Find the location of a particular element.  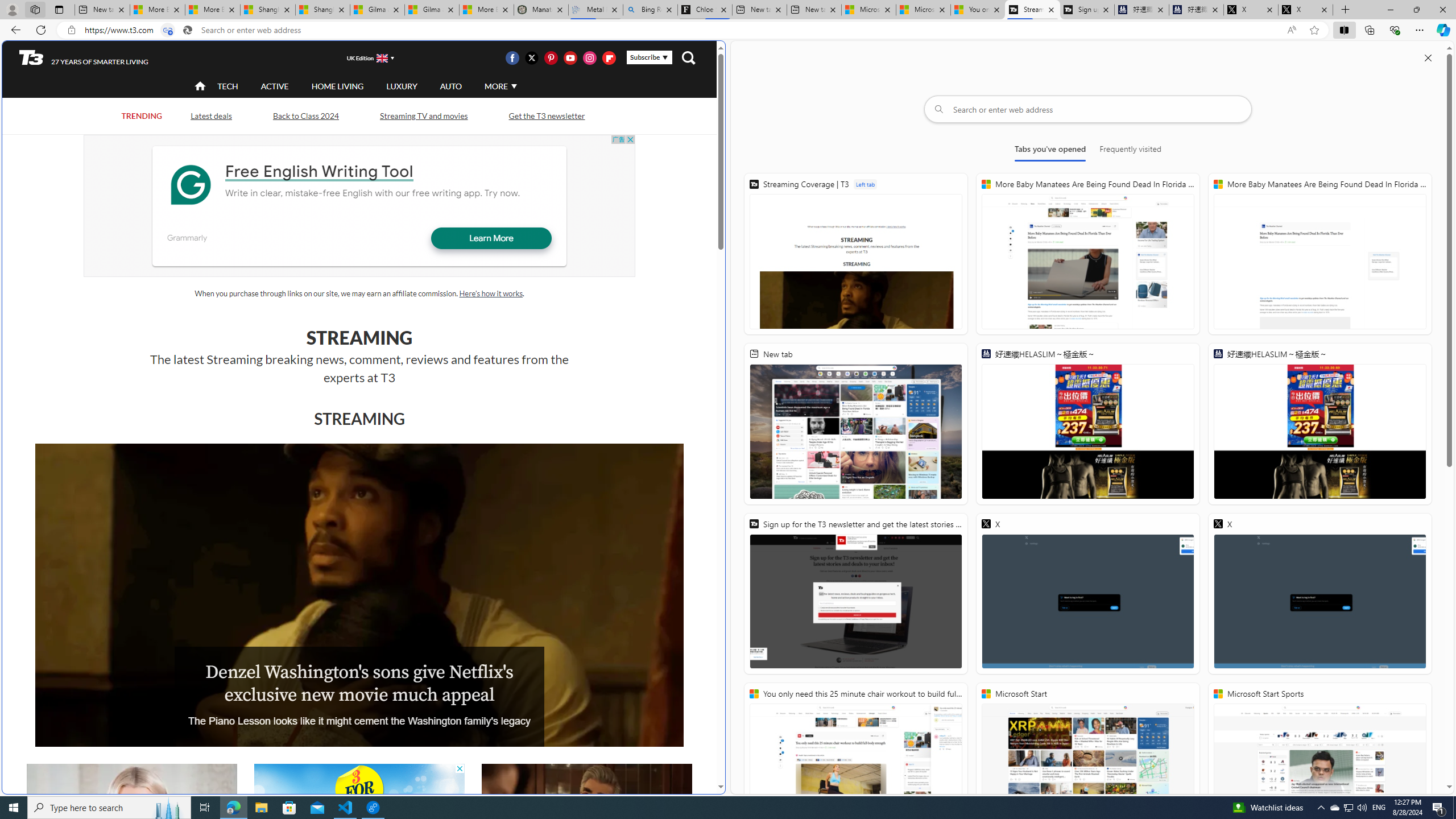

'The Piano Lesson' is located at coordinates (359, 594).